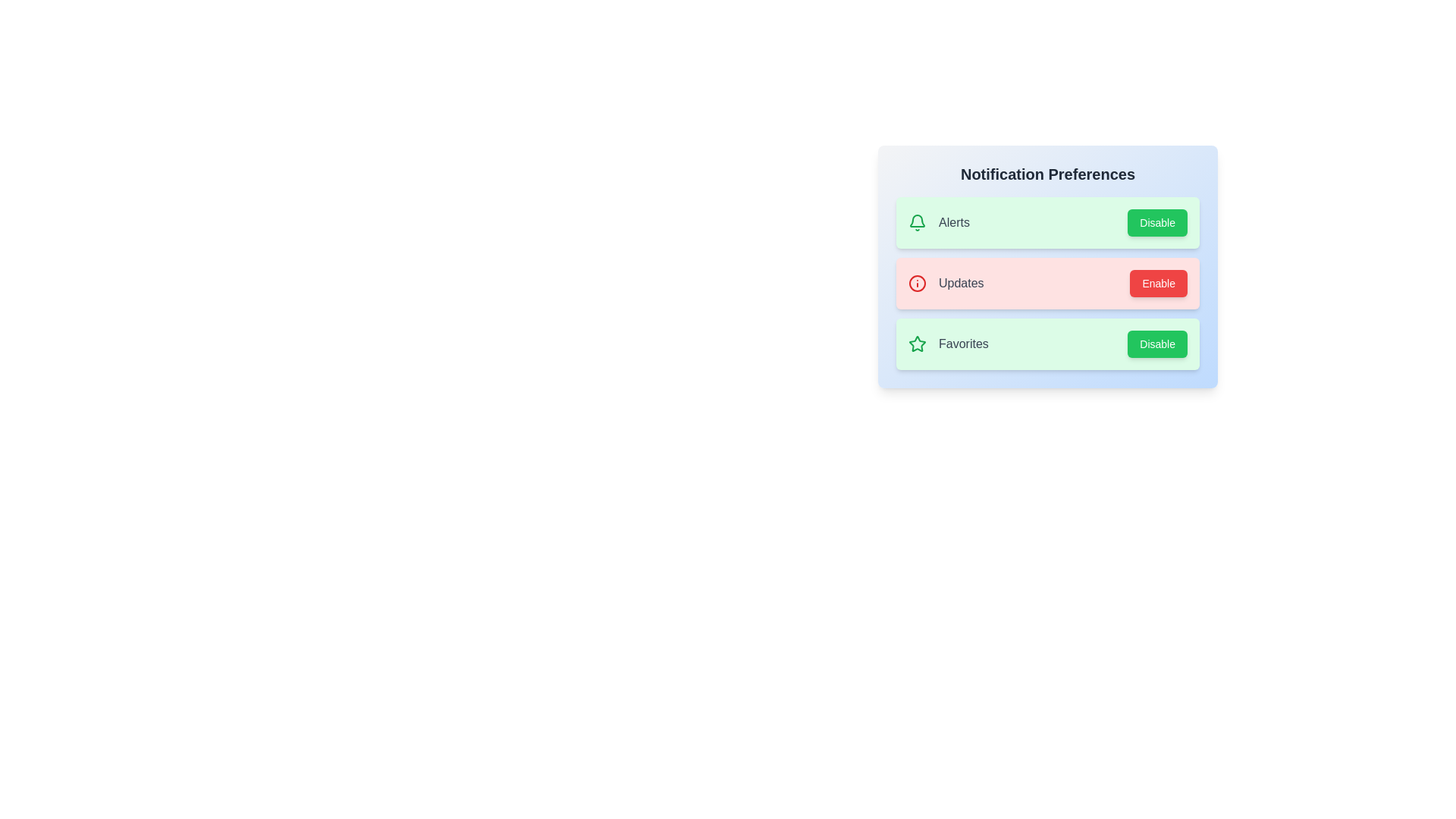 This screenshot has width=1456, height=819. I want to click on 'Disable' button for 'Alerts' to toggle its notification preference, so click(1156, 222).